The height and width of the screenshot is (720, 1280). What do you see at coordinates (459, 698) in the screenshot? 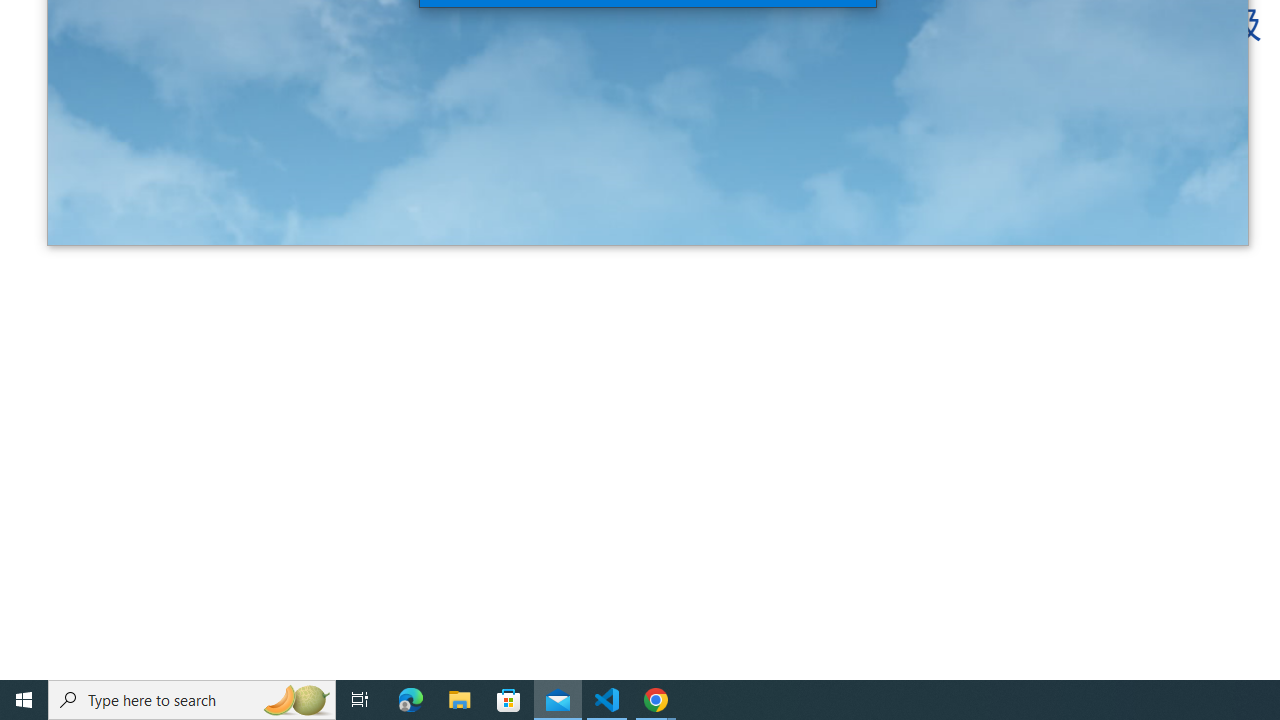
I see `'File Explorer'` at bounding box center [459, 698].